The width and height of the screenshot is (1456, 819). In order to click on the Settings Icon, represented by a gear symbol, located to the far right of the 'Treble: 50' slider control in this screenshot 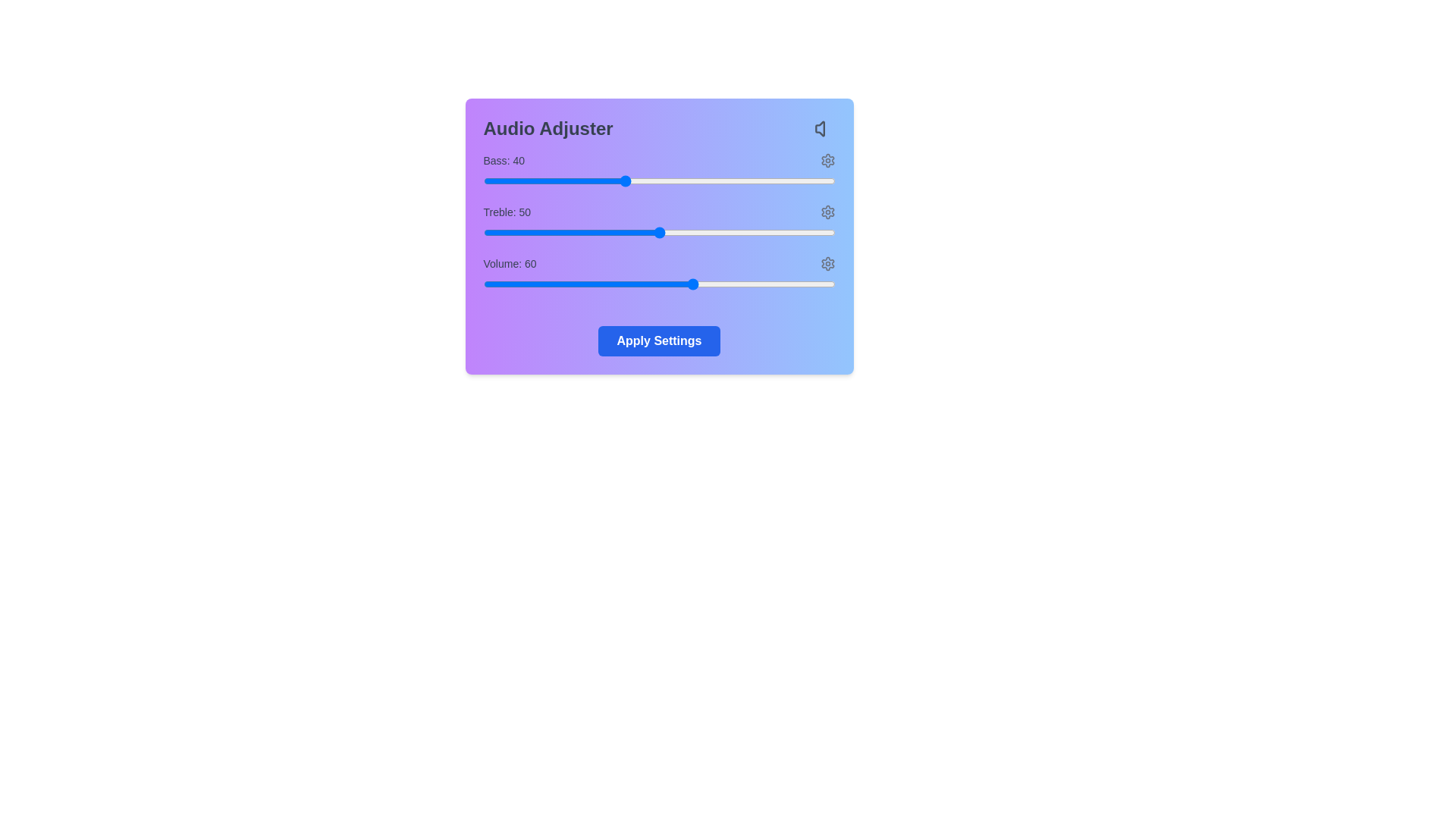, I will do `click(827, 212)`.